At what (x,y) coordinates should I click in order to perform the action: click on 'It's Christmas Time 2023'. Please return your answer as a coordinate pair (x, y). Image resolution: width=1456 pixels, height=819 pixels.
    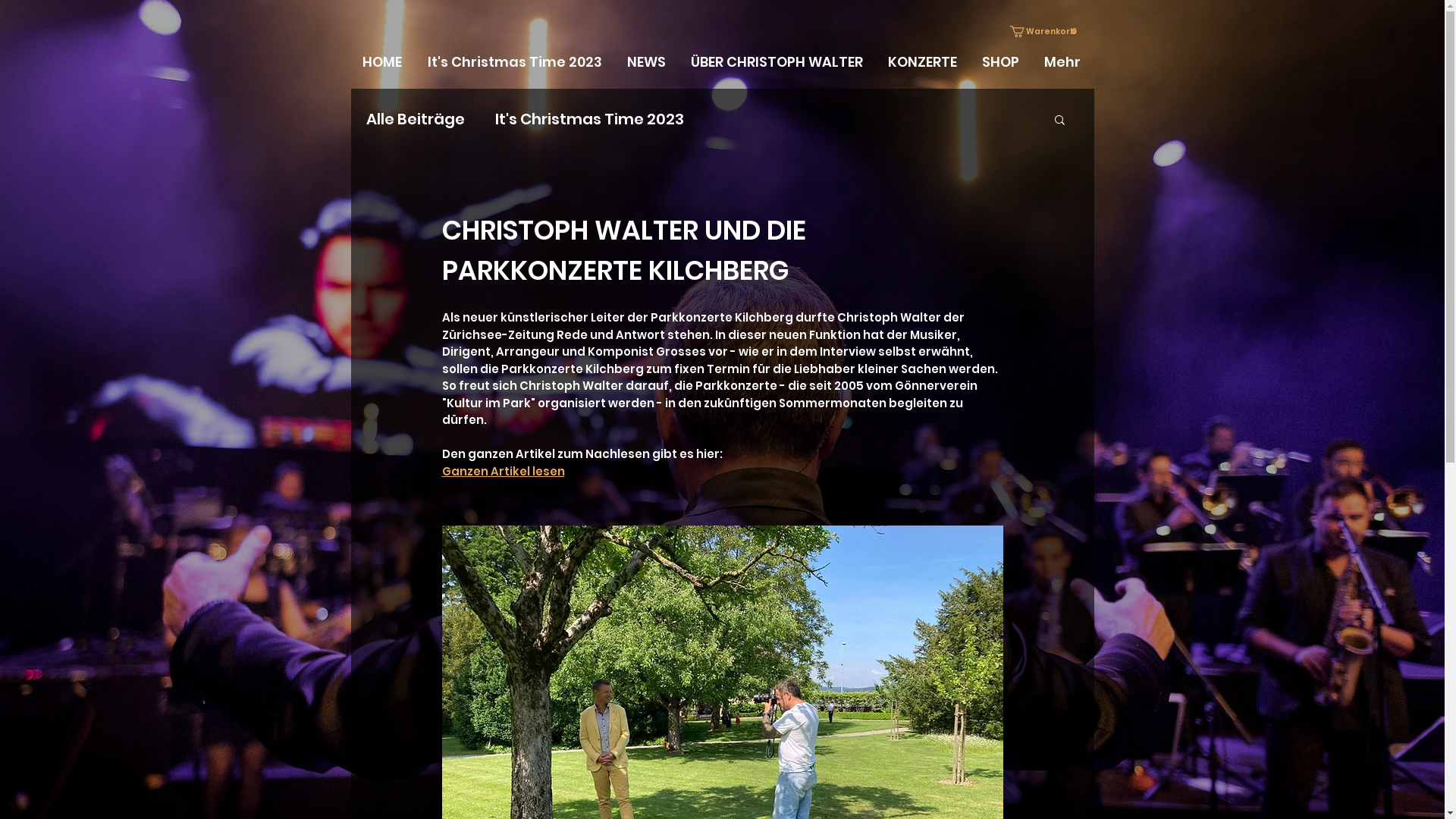
    Looking at the image, I should click on (494, 118).